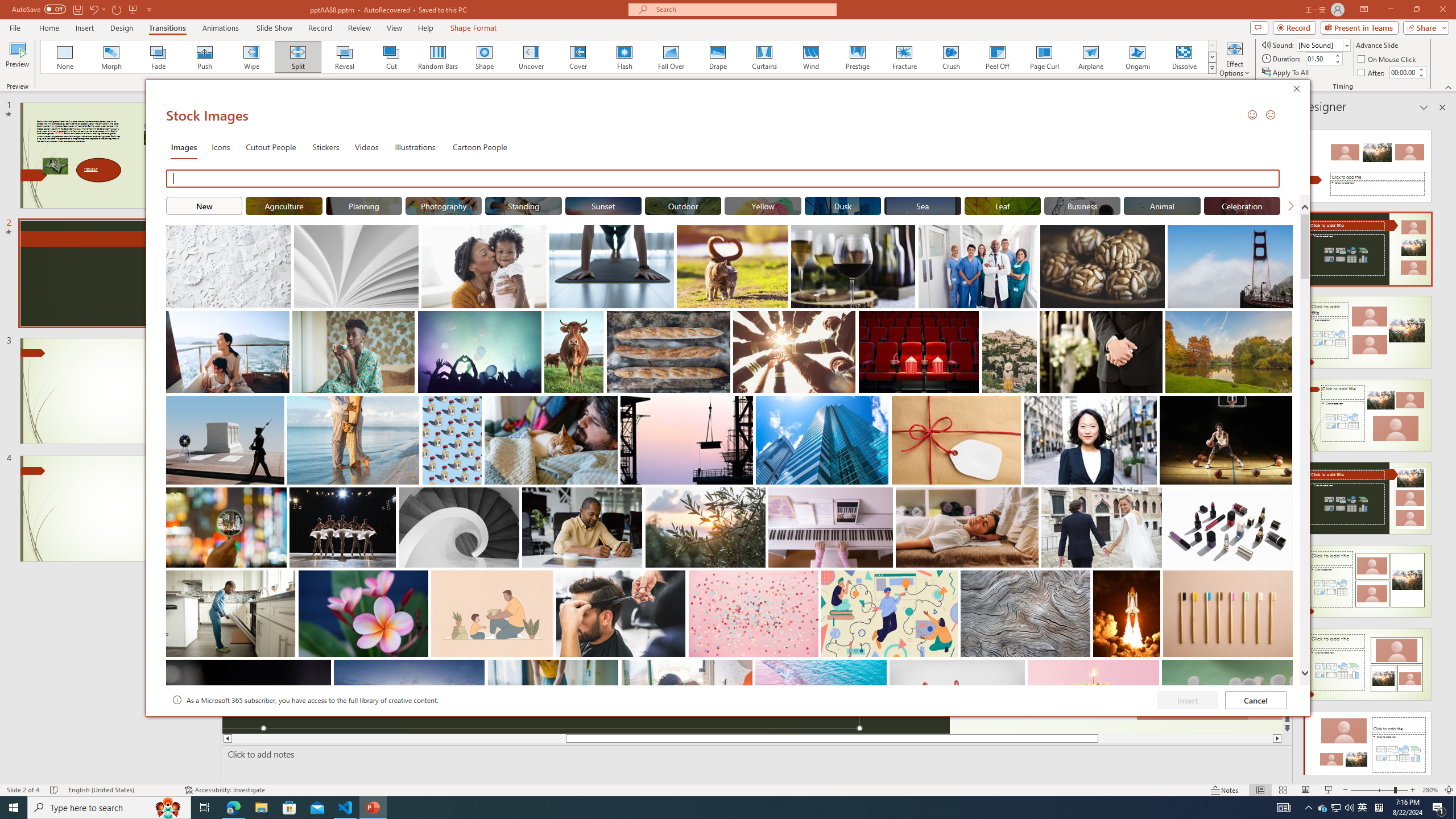 Image resolution: width=1456 pixels, height=819 pixels. Describe the element at coordinates (842, 205) in the screenshot. I see `'"Dusk" Stock Images.'` at that location.